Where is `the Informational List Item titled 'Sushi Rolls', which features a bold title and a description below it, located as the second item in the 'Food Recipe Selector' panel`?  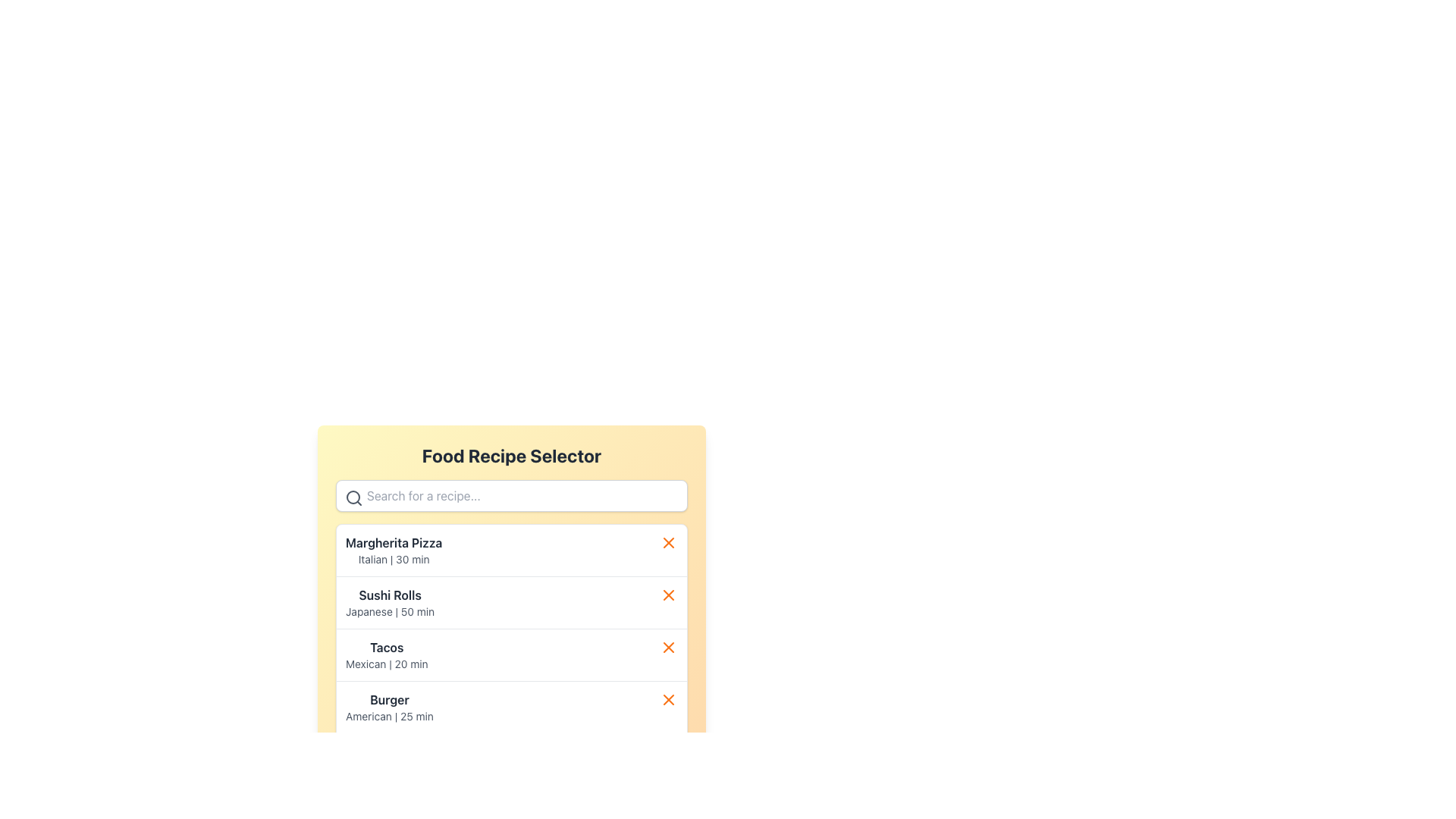 the Informational List Item titled 'Sushi Rolls', which features a bold title and a description below it, located as the second item in the 'Food Recipe Selector' panel is located at coordinates (390, 601).